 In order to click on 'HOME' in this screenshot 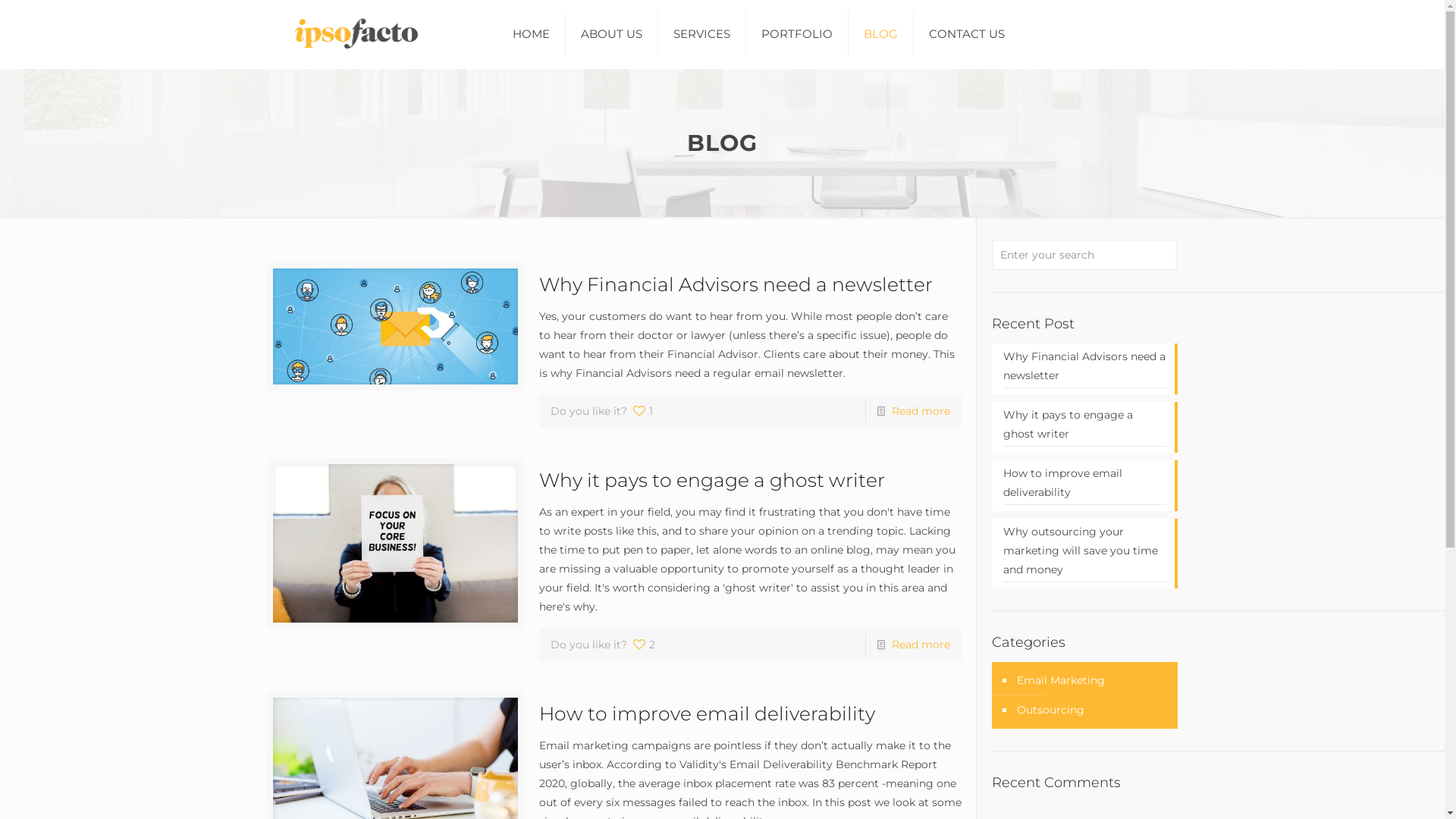, I will do `click(531, 34)`.